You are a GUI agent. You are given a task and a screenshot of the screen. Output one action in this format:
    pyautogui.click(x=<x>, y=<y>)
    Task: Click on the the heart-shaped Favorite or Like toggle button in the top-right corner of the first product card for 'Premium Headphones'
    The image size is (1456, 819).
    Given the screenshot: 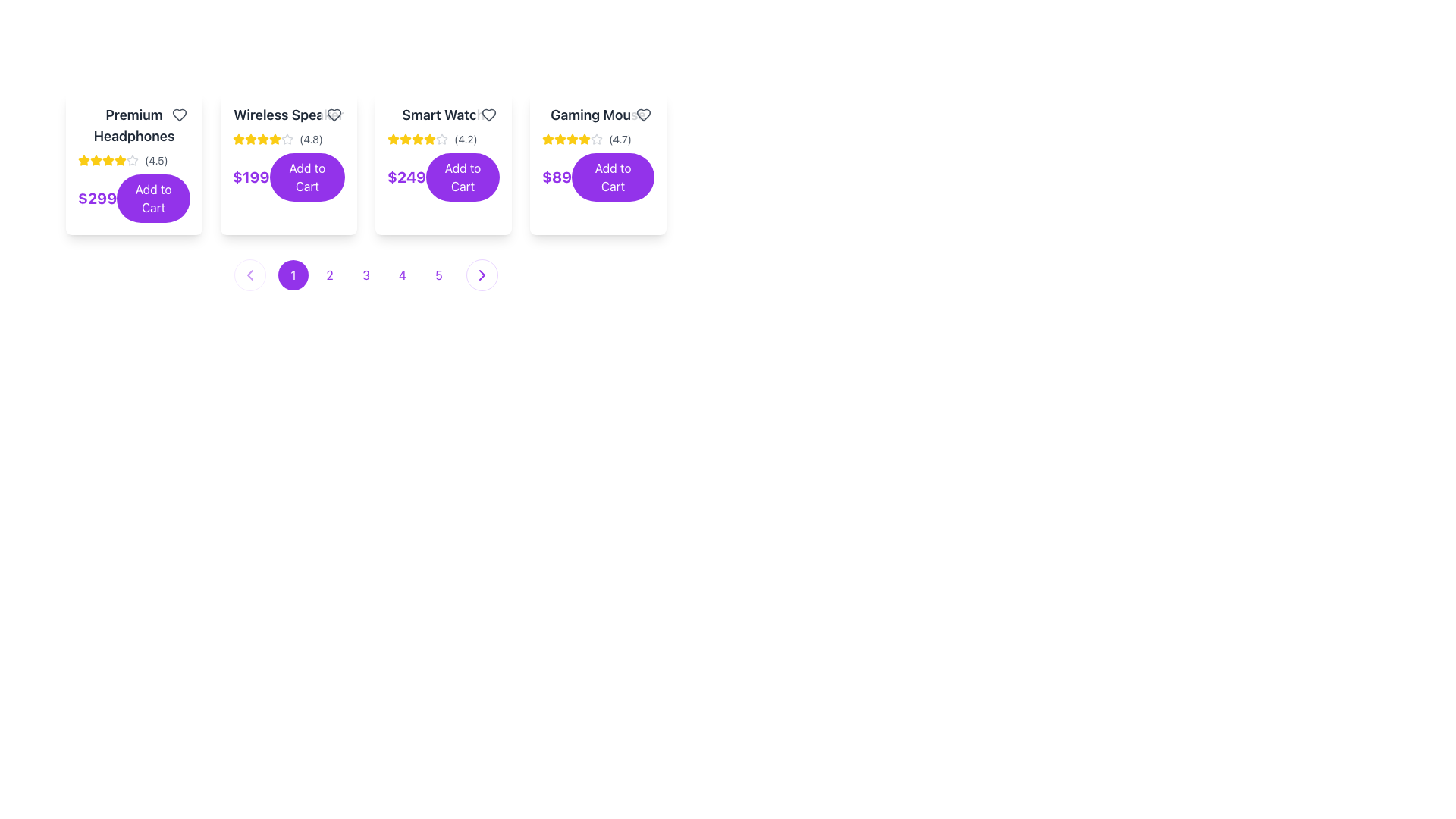 What is the action you would take?
    pyautogui.click(x=179, y=114)
    